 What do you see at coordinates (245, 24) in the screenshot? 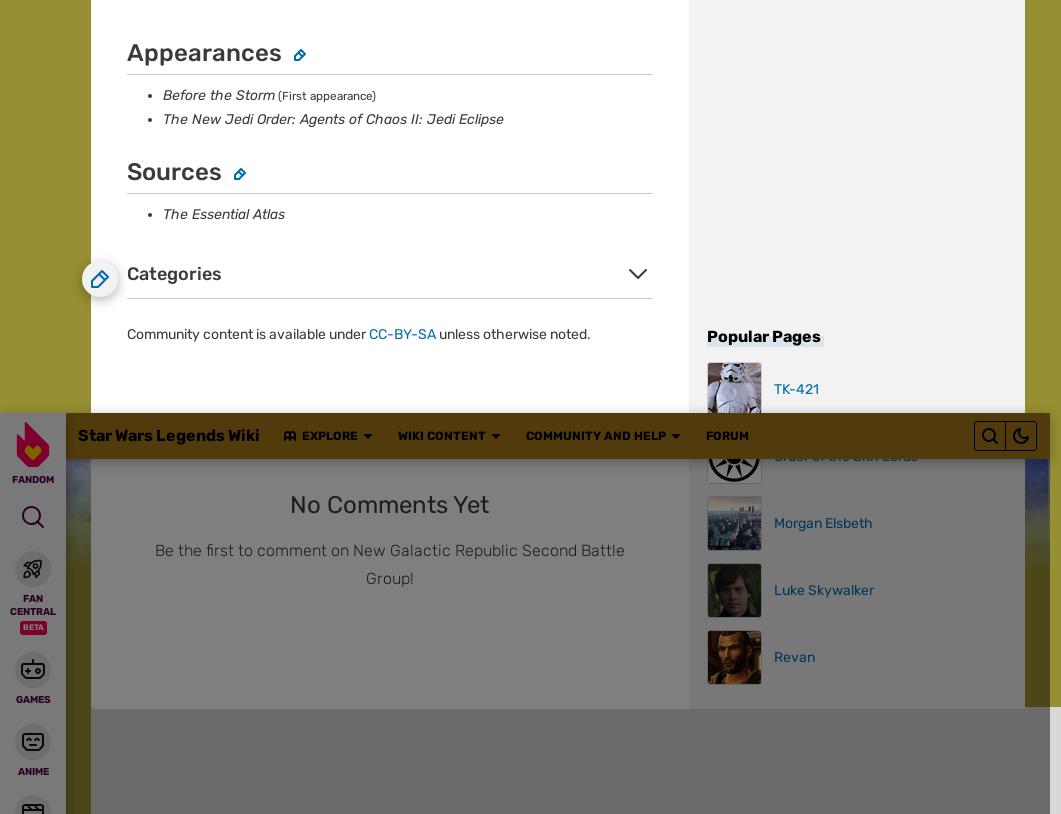
I see `'Luke Skywalker'` at bounding box center [245, 24].